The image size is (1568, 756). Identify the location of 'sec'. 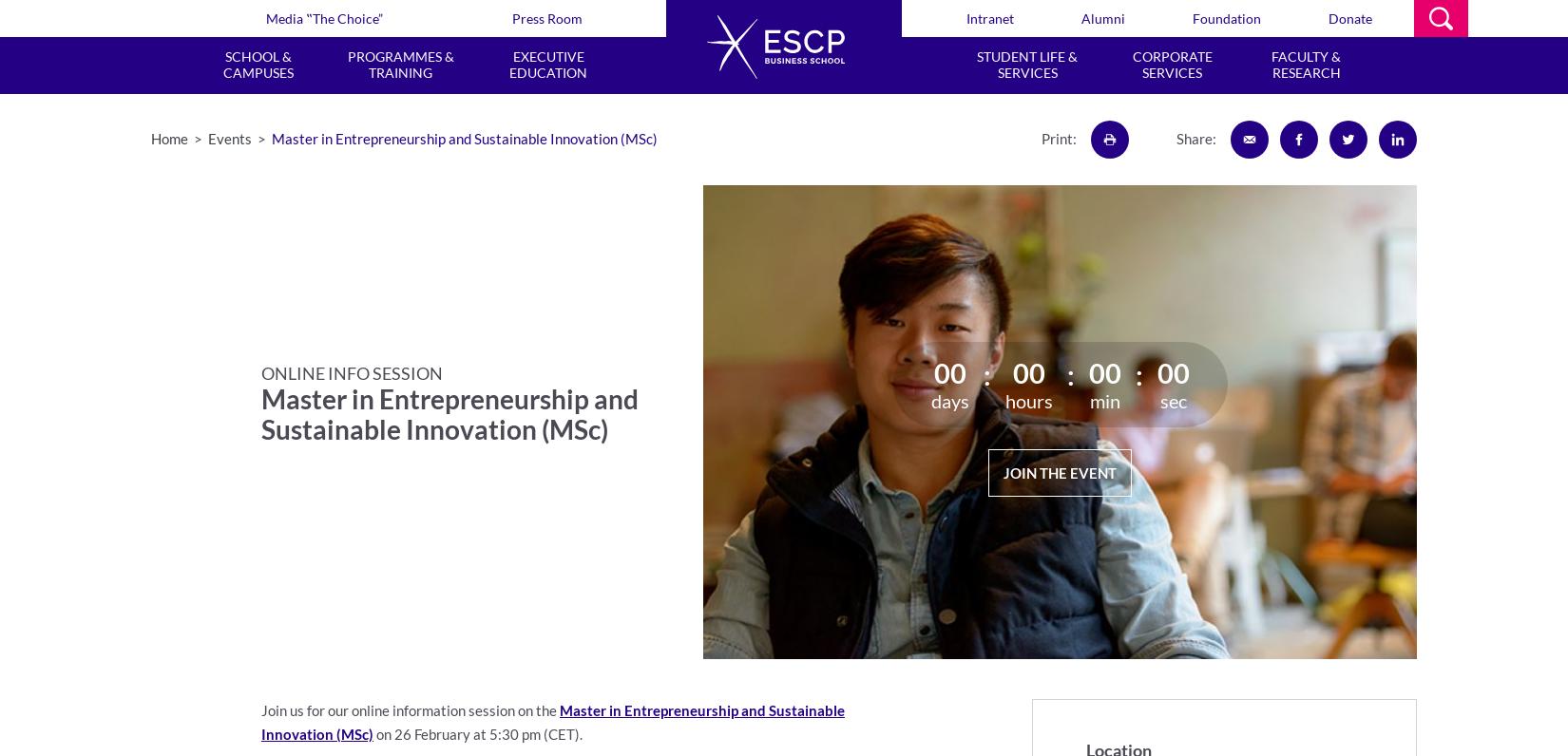
(1173, 400).